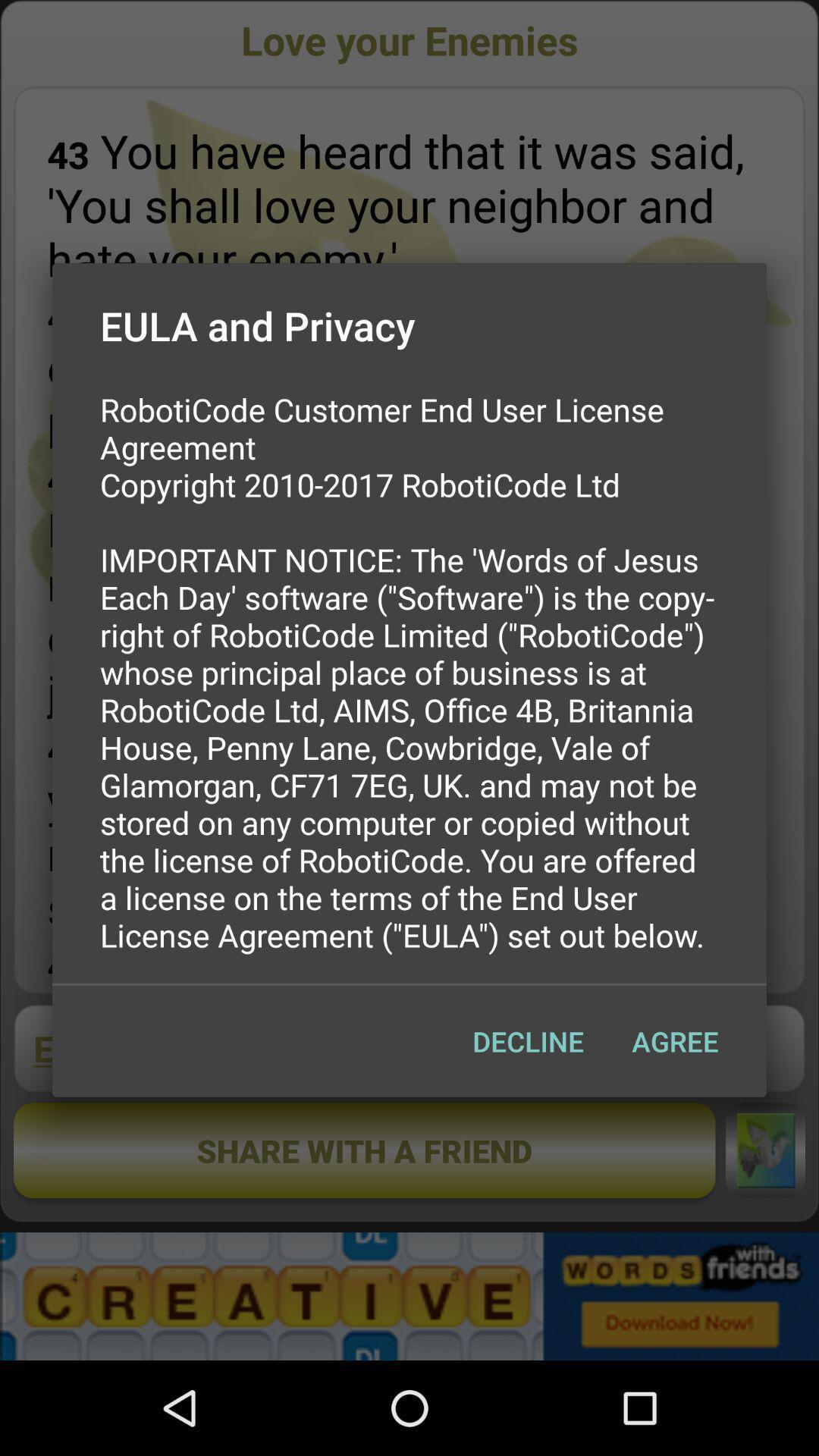  Describe the element at coordinates (674, 1040) in the screenshot. I see `the button to the right of decline button` at that location.